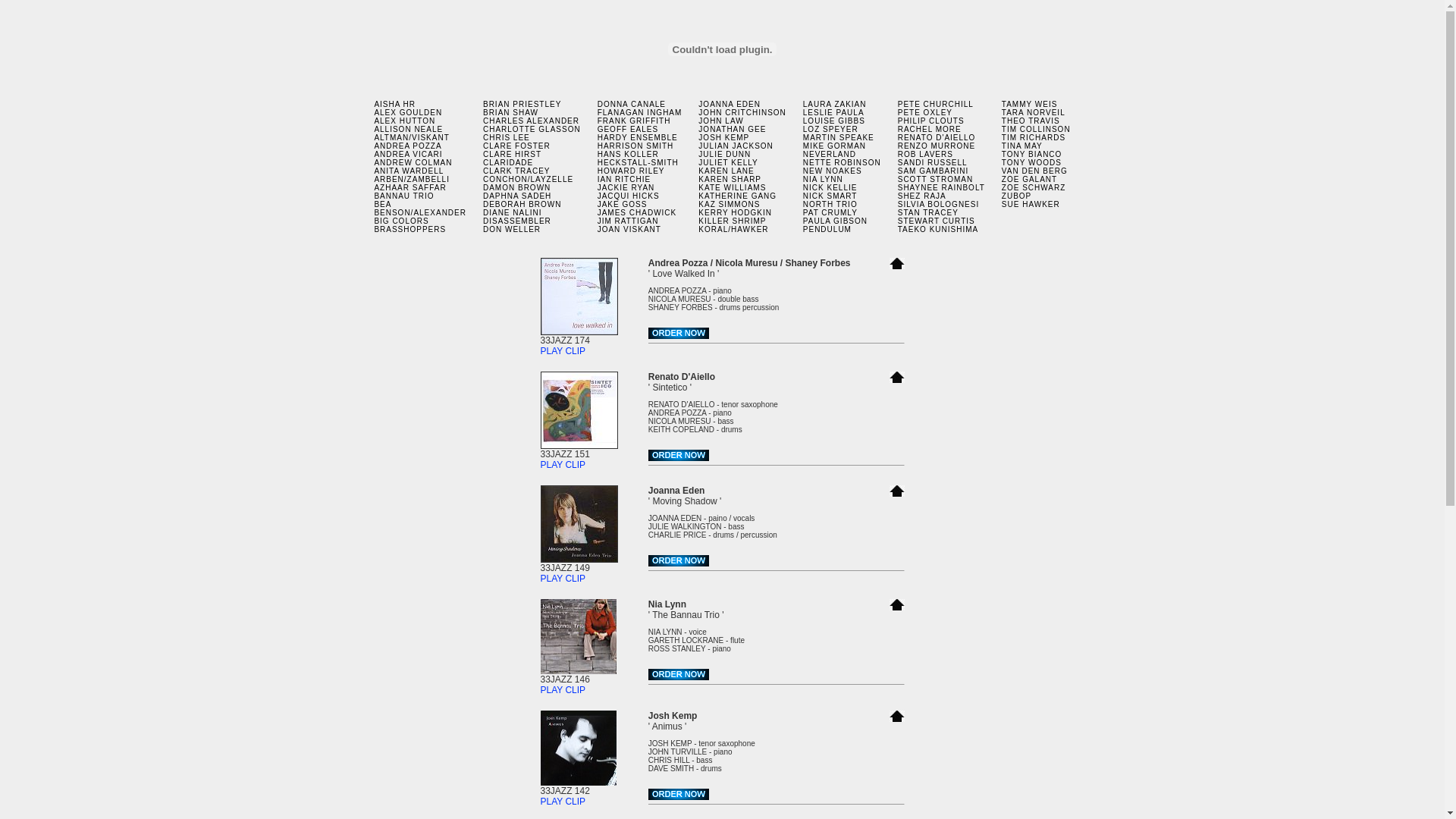 The image size is (1456, 819). Describe the element at coordinates (725, 171) in the screenshot. I see `'KAREN LANE'` at that location.